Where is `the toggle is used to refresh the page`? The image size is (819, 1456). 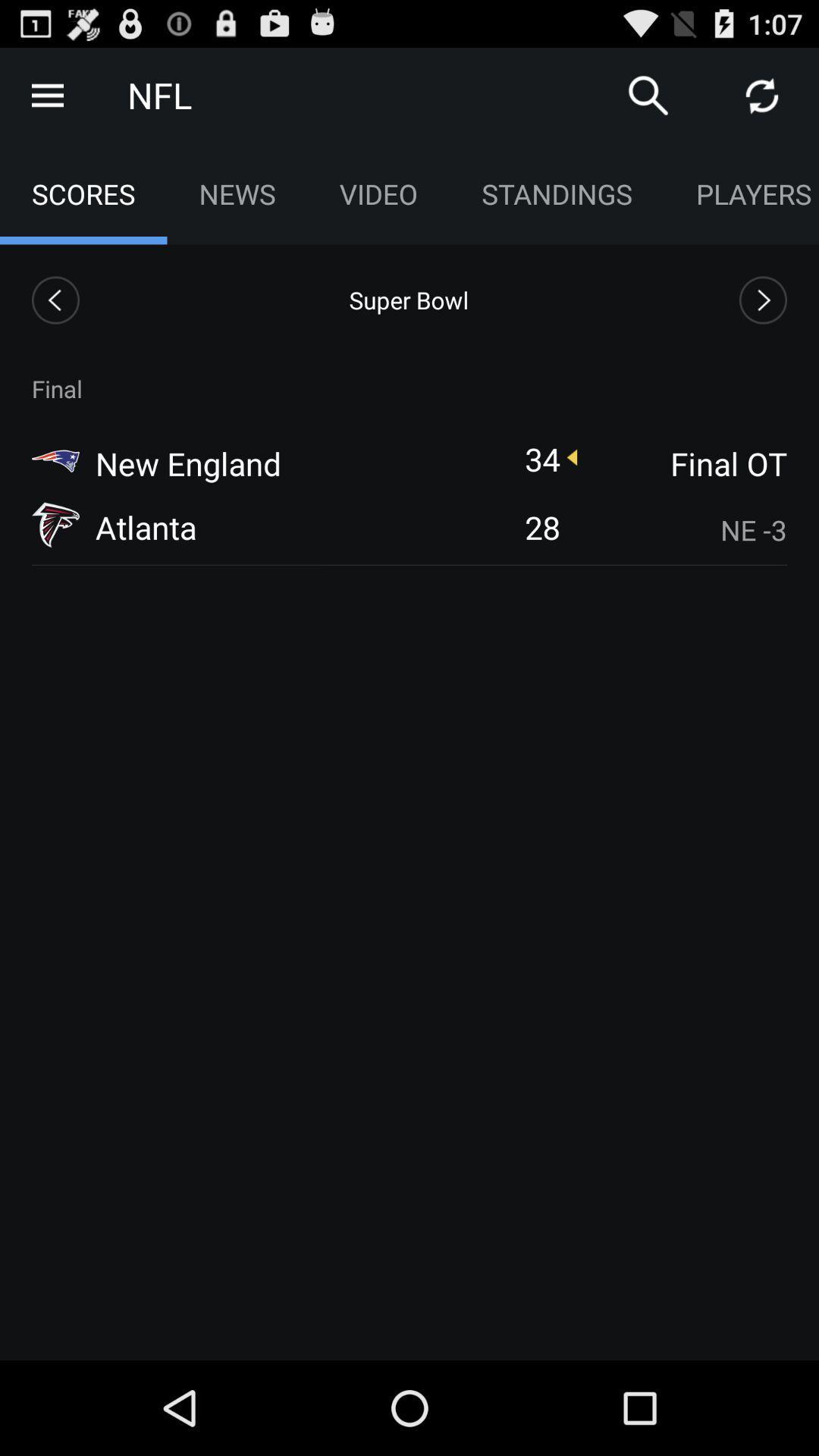
the toggle is used to refresh the page is located at coordinates (762, 94).